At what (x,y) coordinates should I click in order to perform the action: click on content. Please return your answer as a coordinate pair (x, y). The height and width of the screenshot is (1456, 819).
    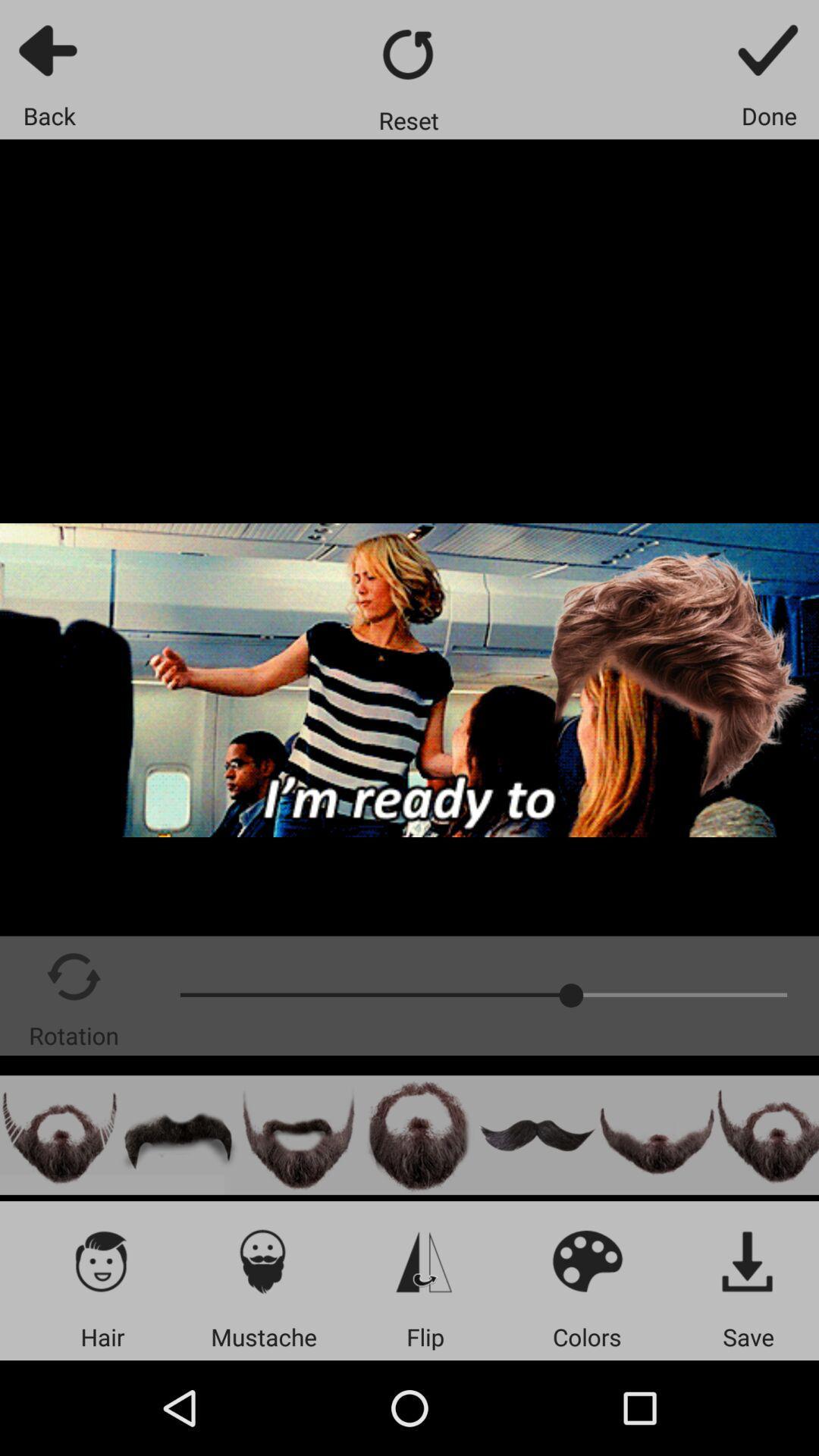
    Looking at the image, I should click on (298, 1135).